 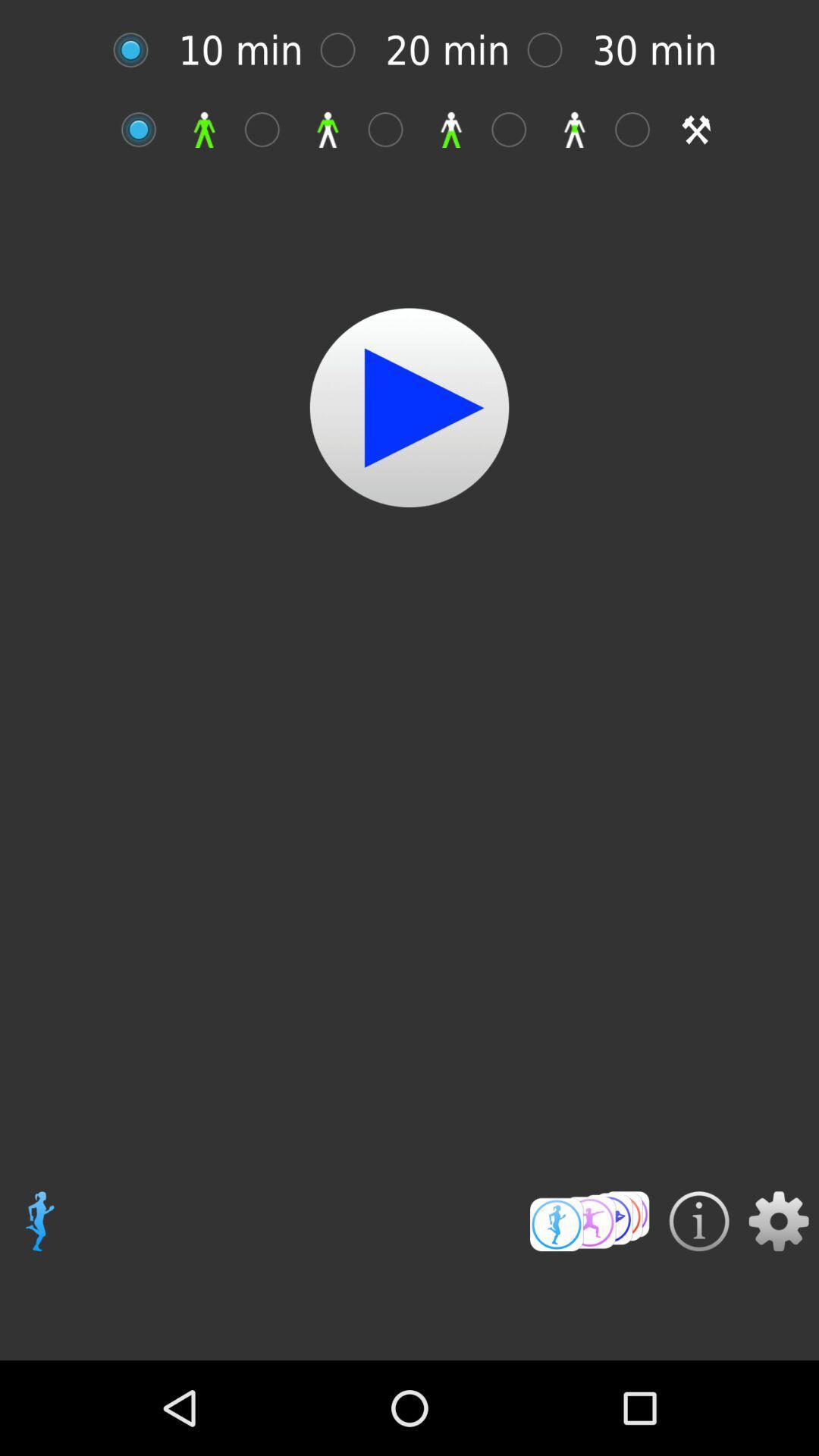 I want to click on option, so click(x=146, y=130).